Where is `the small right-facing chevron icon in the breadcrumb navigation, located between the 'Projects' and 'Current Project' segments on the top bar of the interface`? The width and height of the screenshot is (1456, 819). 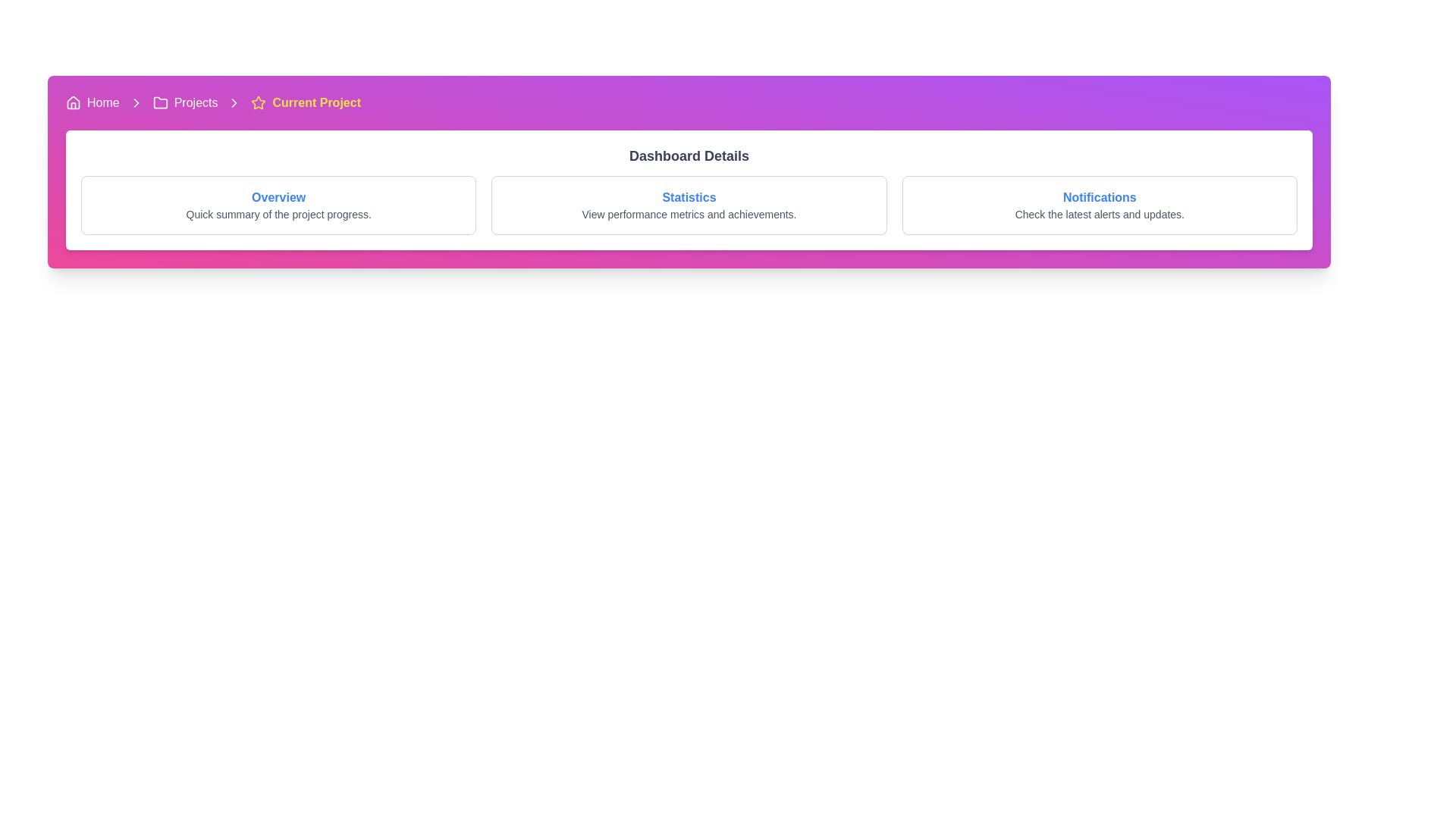
the small right-facing chevron icon in the breadcrumb navigation, located between the 'Projects' and 'Current Project' segments on the top bar of the interface is located at coordinates (136, 102).